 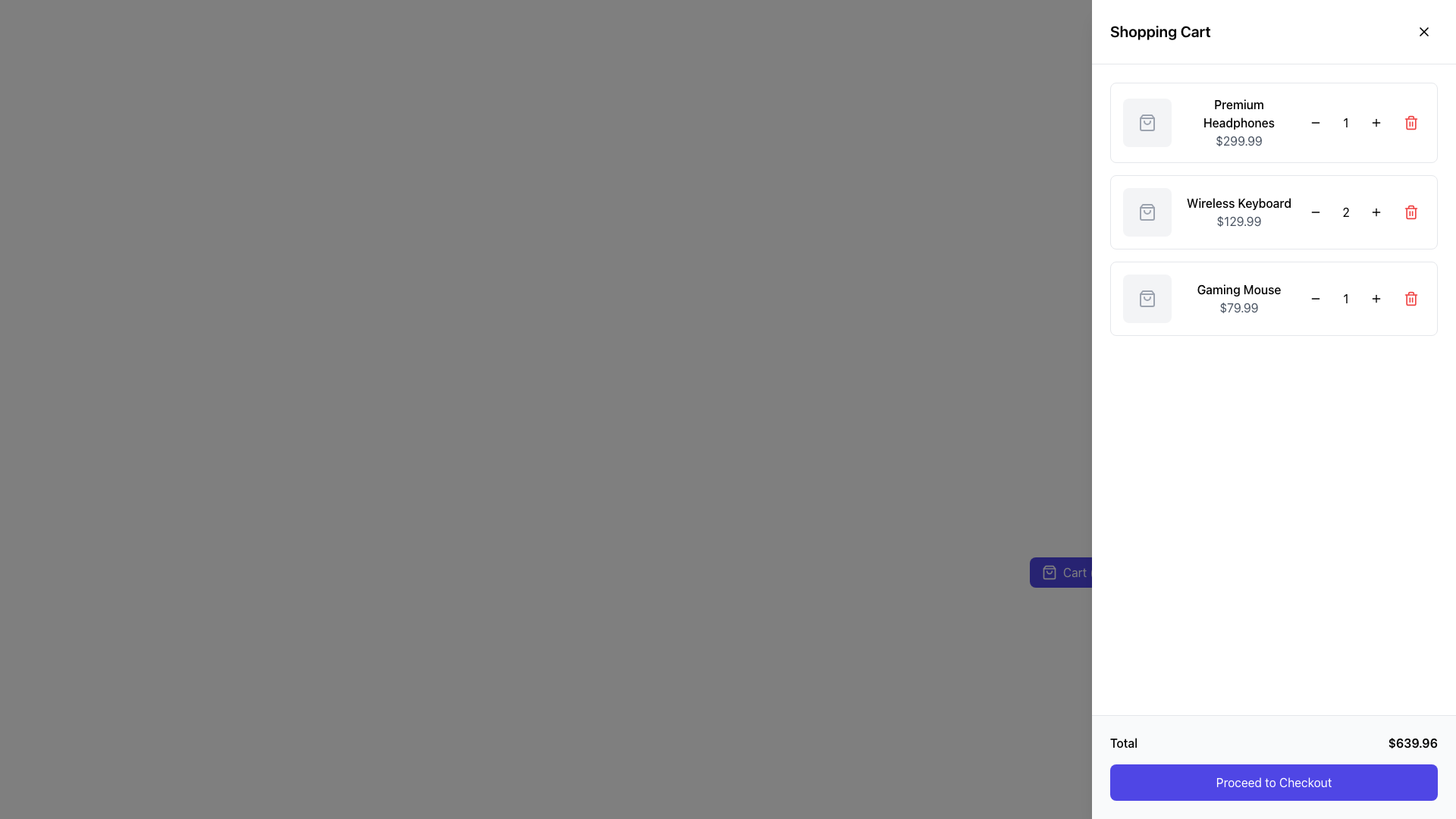 What do you see at coordinates (1423, 32) in the screenshot?
I see `the close button located` at bounding box center [1423, 32].